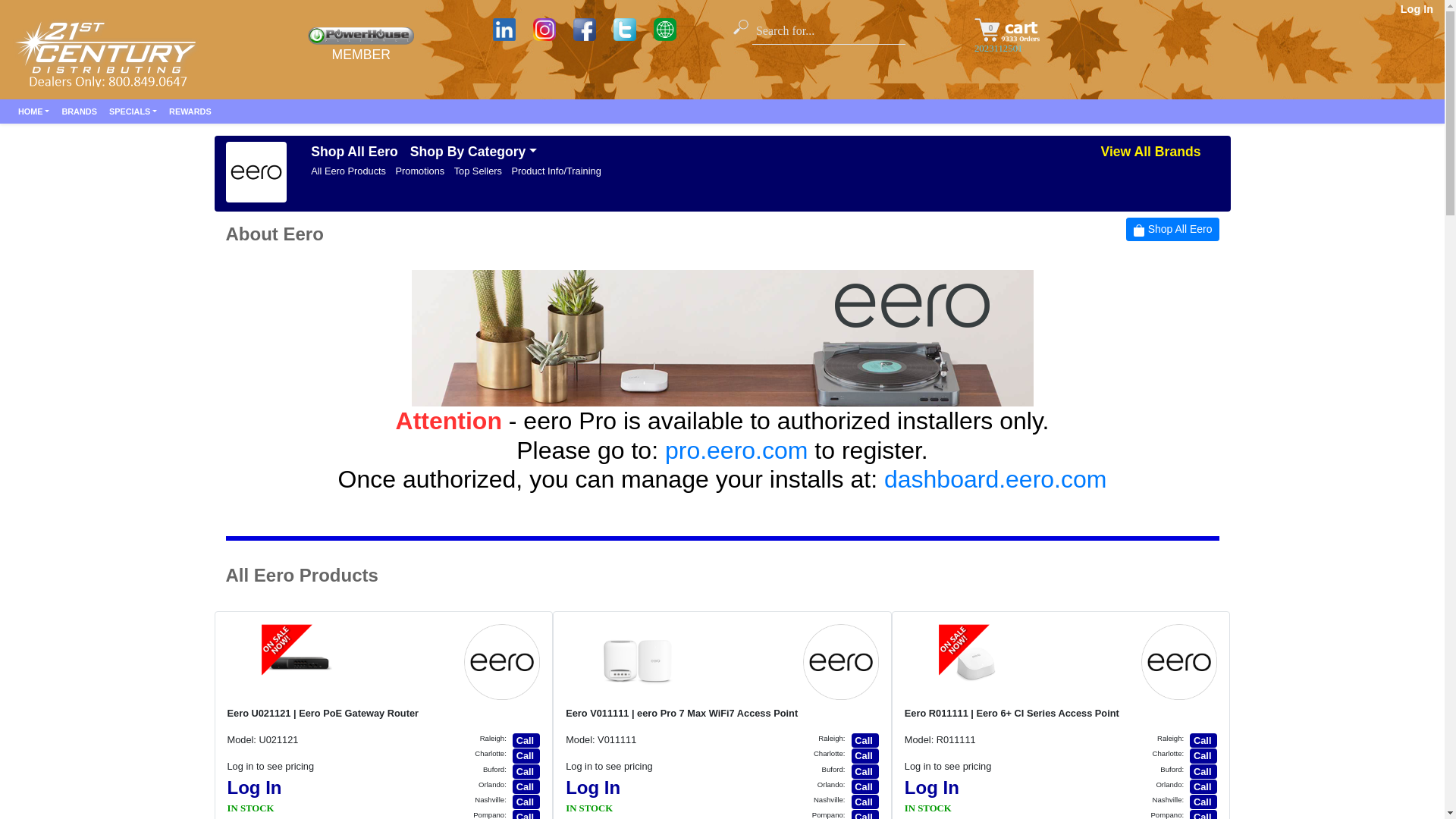 Image resolution: width=1456 pixels, height=819 pixels. What do you see at coordinates (592, 786) in the screenshot?
I see `'Log In'` at bounding box center [592, 786].